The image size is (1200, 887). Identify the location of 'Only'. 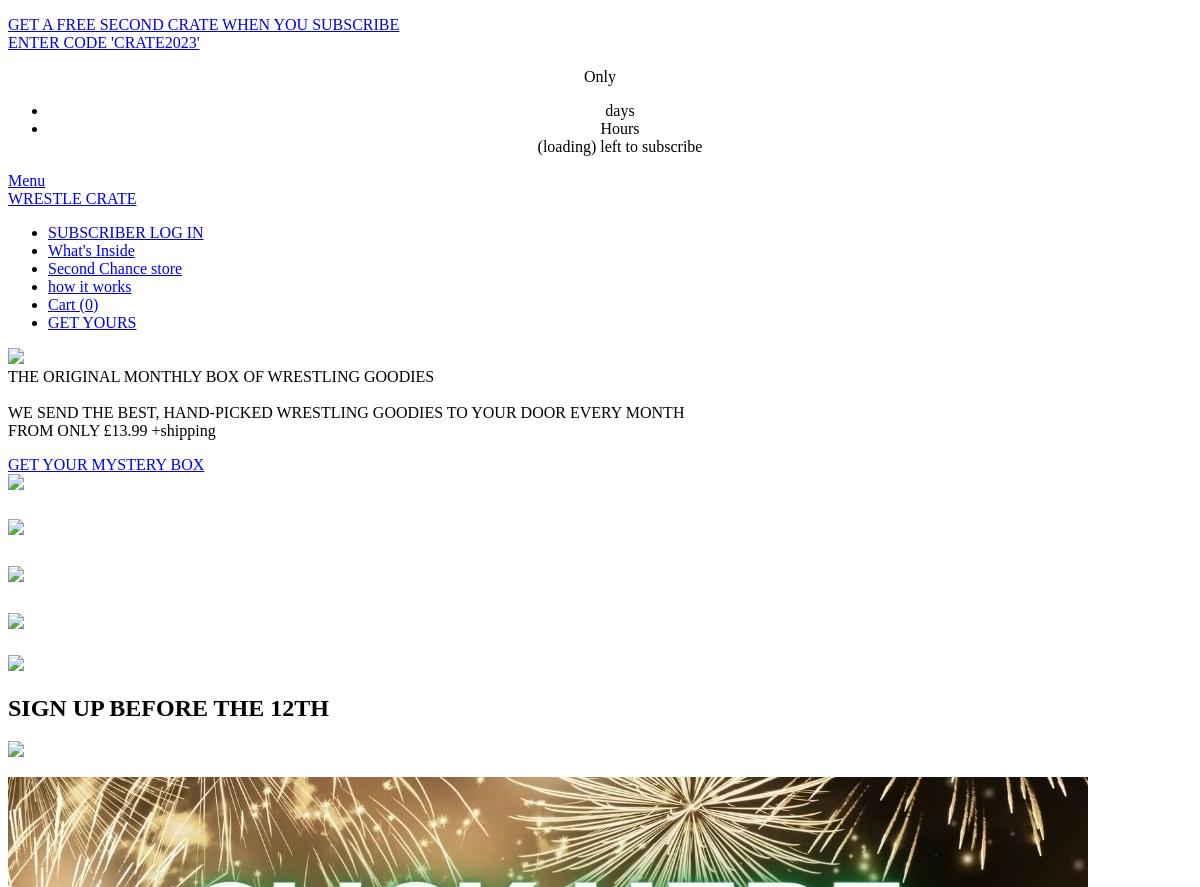
(600, 75).